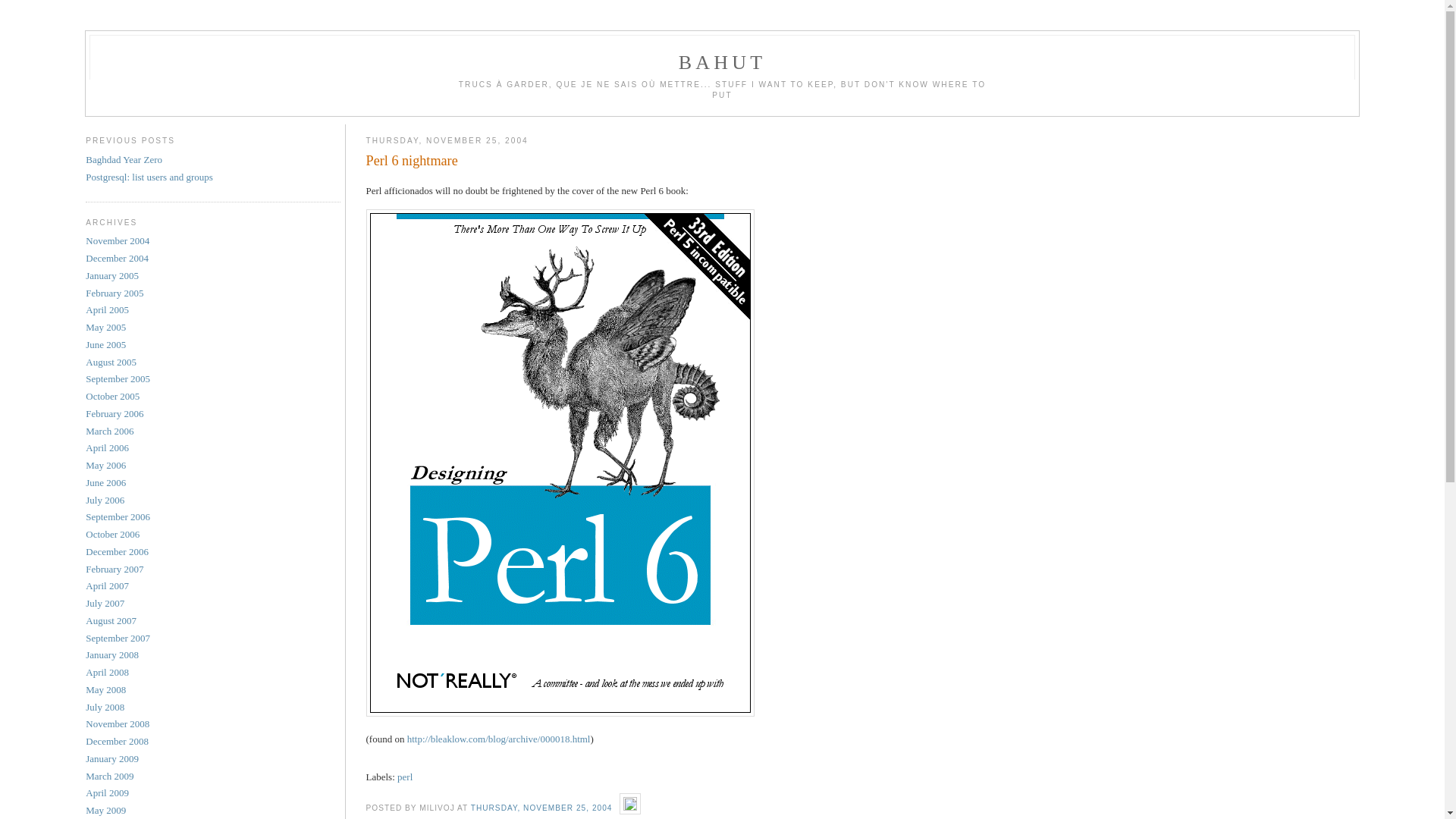  I want to click on 'April 2008', so click(106, 671).